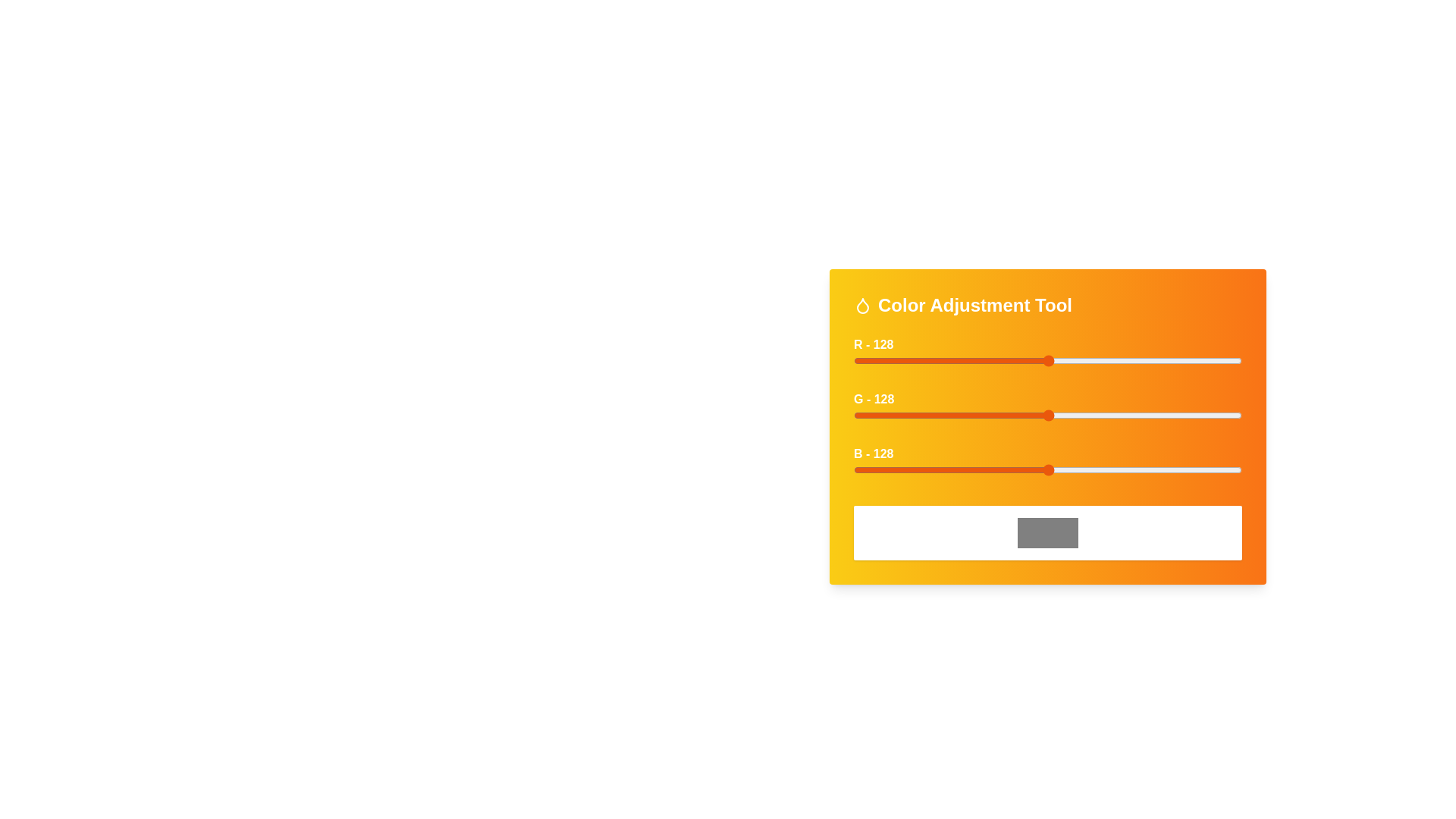 This screenshot has width=1456, height=819. Describe the element at coordinates (930, 469) in the screenshot. I see `the blue slider to set the blue intensity to 51` at that location.